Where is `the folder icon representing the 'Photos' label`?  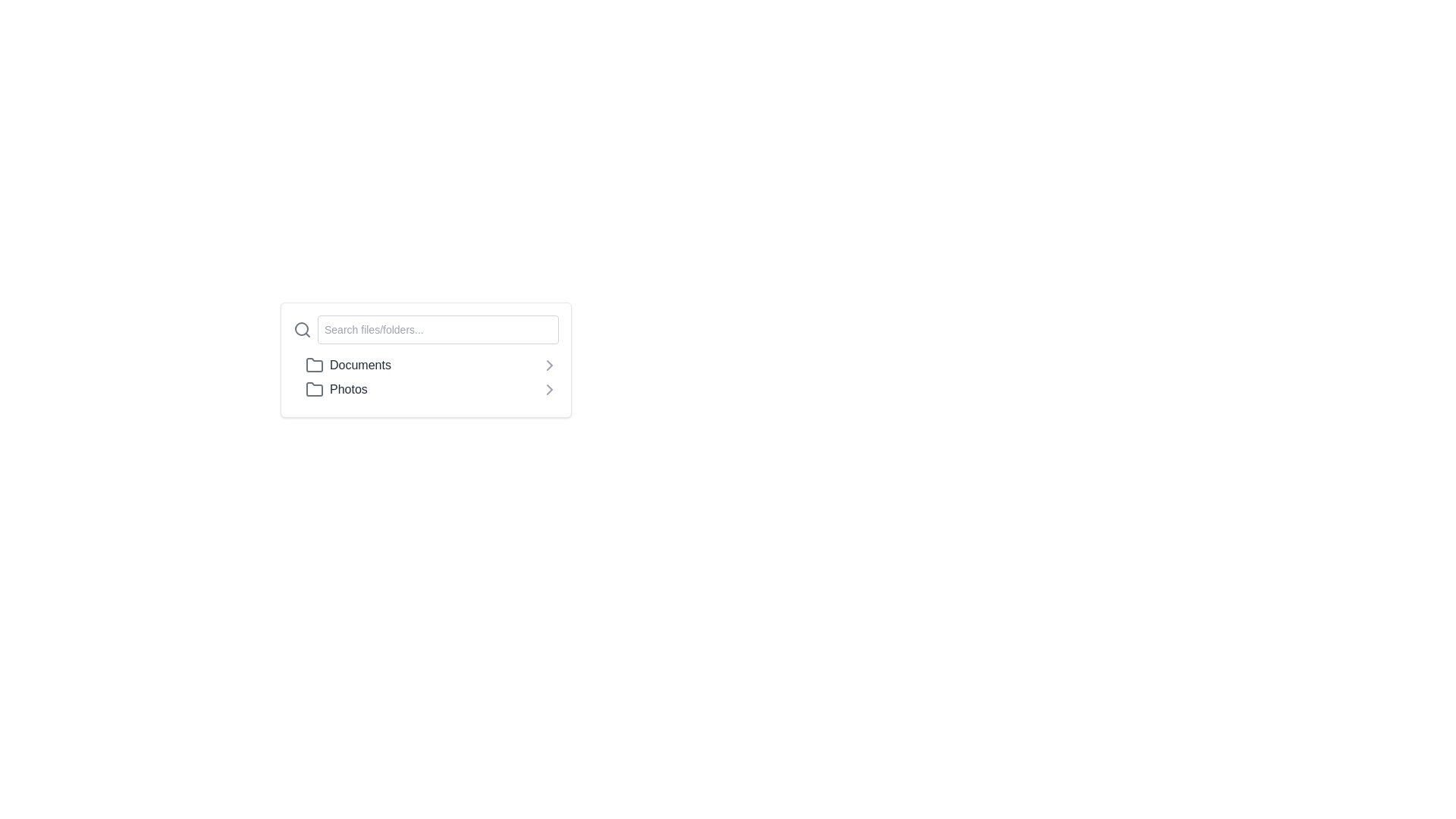 the folder icon representing the 'Photos' label is located at coordinates (313, 388).